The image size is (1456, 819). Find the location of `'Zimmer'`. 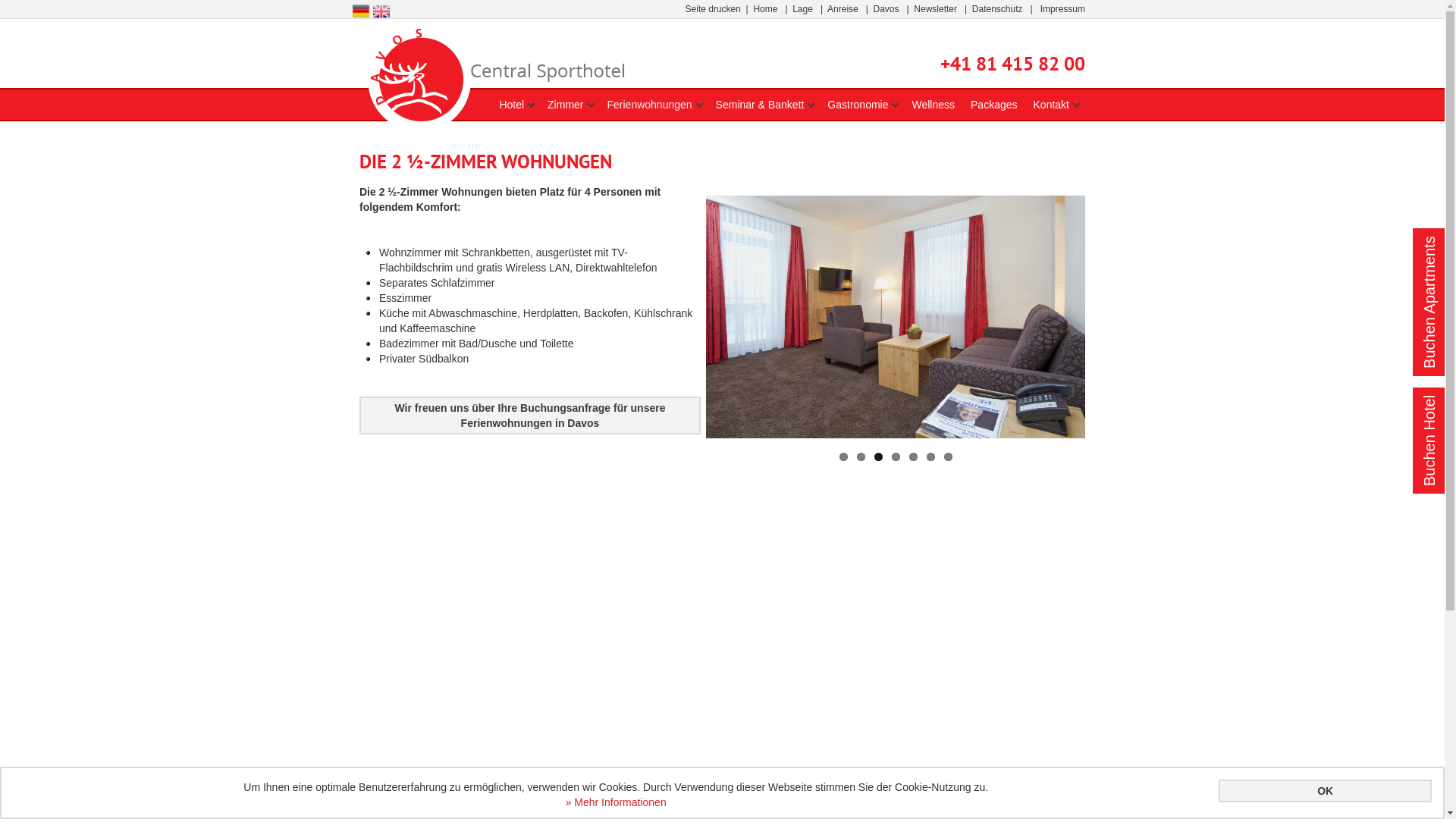

'Zimmer' is located at coordinates (564, 104).